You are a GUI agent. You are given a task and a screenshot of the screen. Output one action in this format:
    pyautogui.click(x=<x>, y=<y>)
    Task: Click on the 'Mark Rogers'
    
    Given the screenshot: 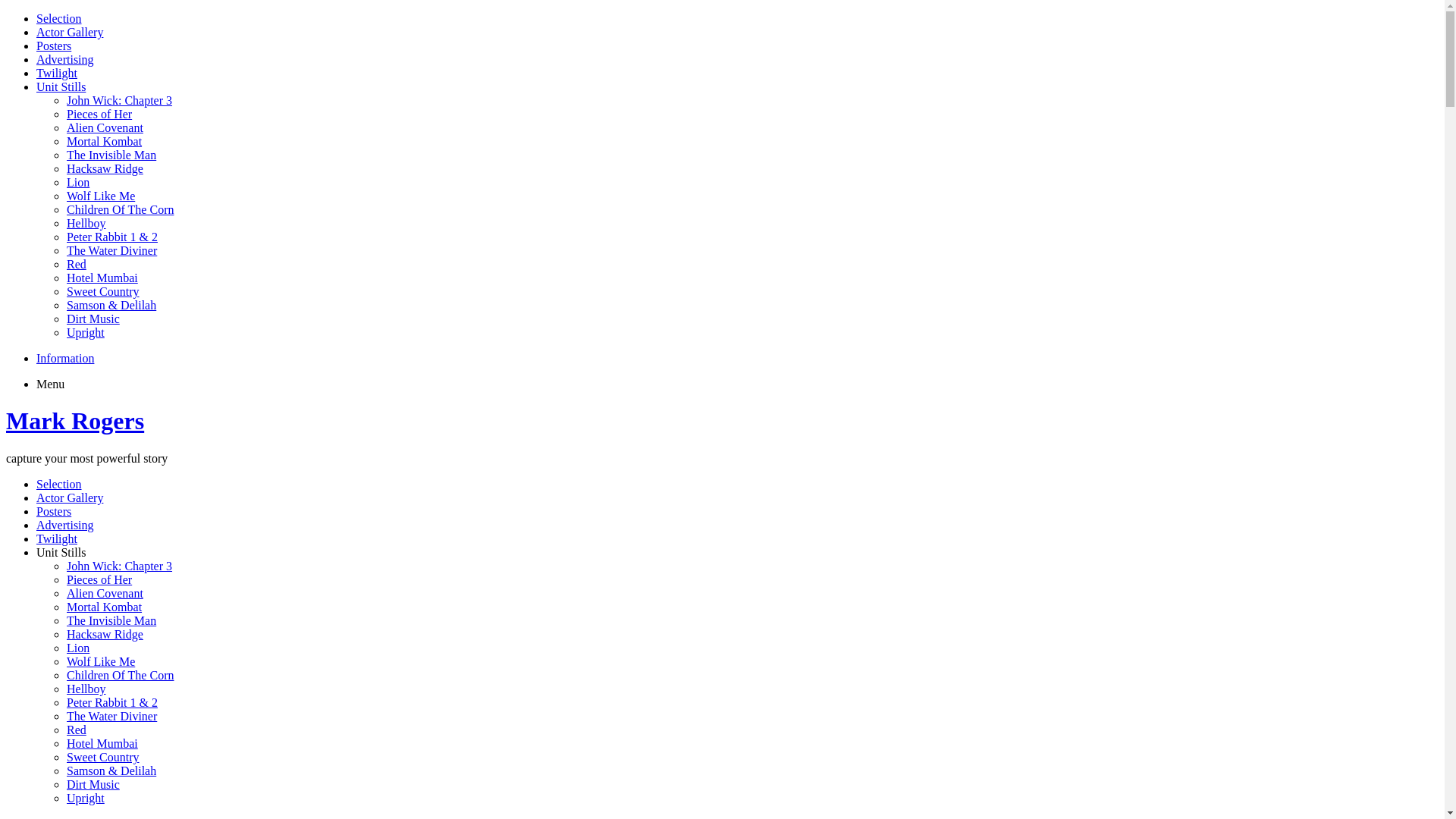 What is the action you would take?
    pyautogui.click(x=74, y=421)
    